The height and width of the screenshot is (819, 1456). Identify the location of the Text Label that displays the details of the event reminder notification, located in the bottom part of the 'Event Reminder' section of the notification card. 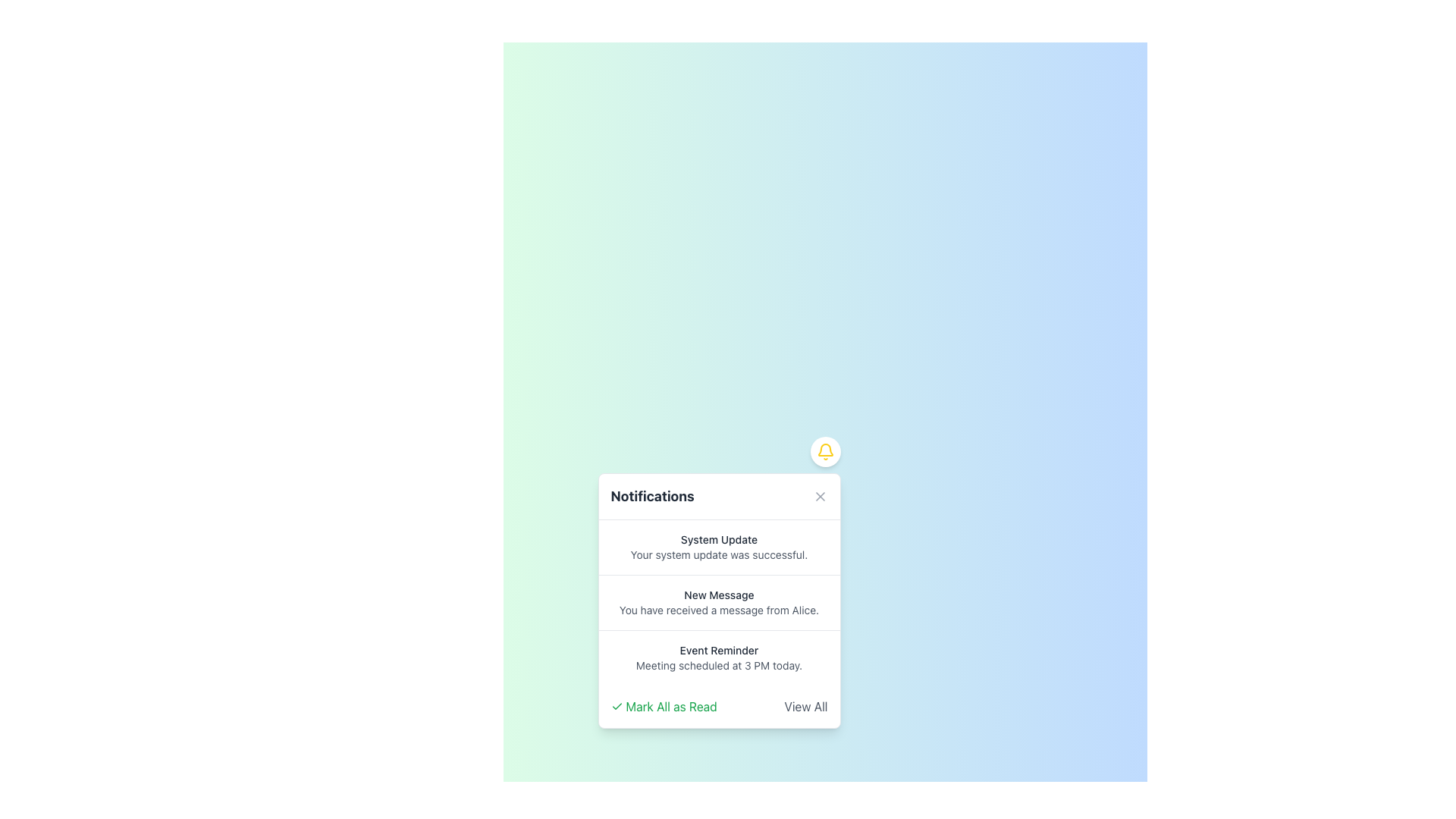
(718, 665).